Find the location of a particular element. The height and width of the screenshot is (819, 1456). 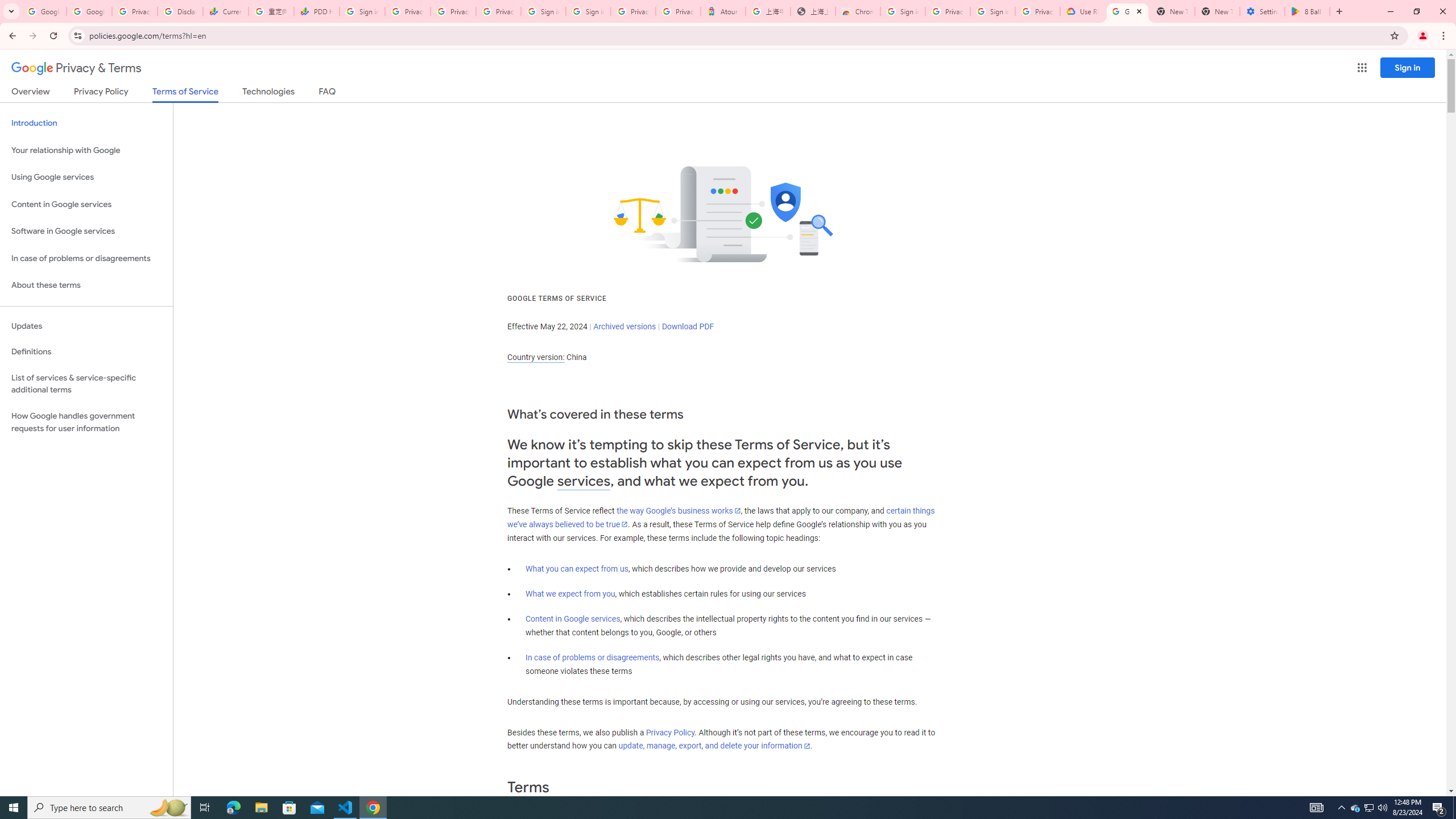

'Software in Google services' is located at coordinates (86, 230).